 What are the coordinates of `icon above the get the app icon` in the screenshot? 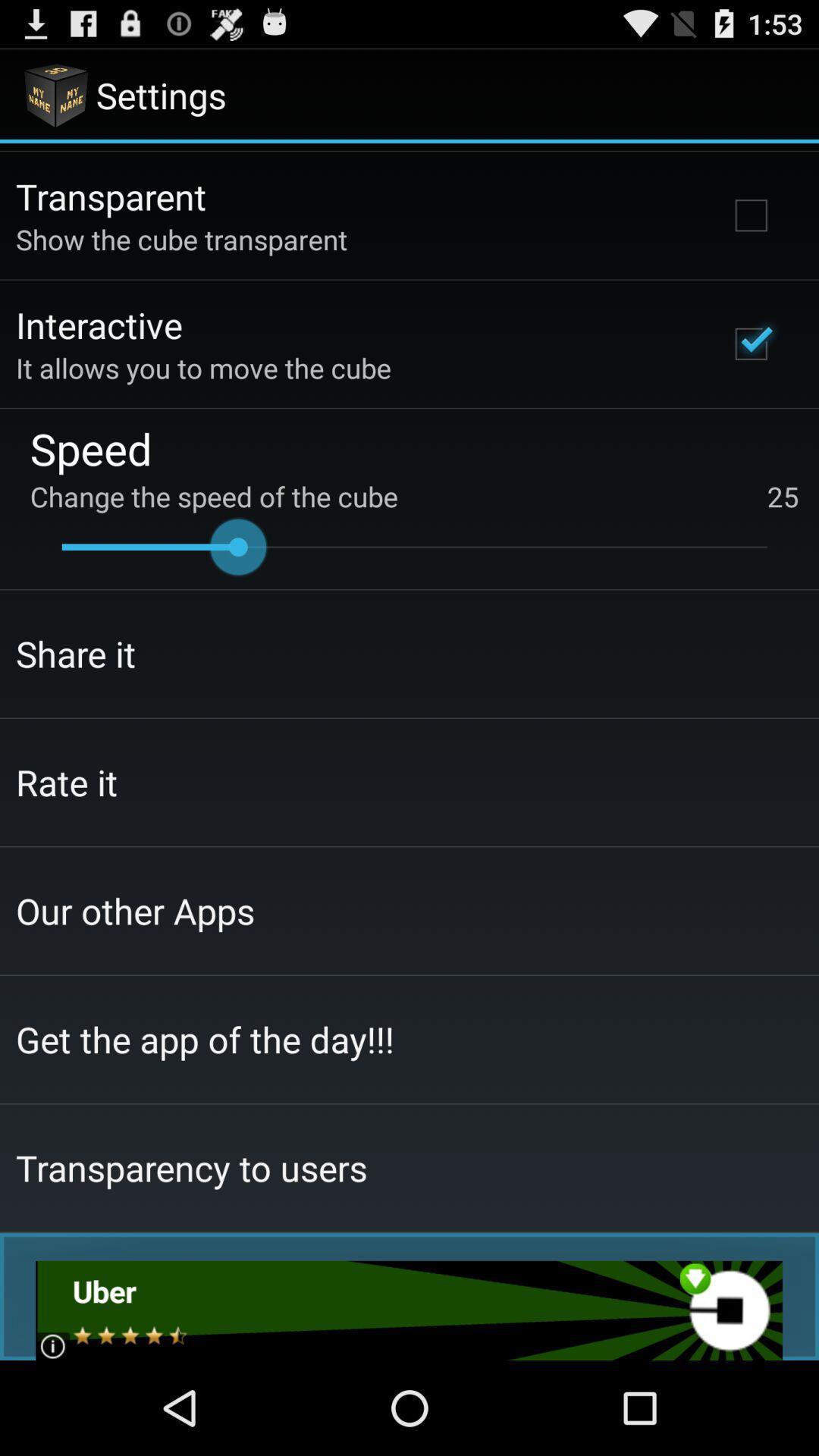 It's located at (134, 910).